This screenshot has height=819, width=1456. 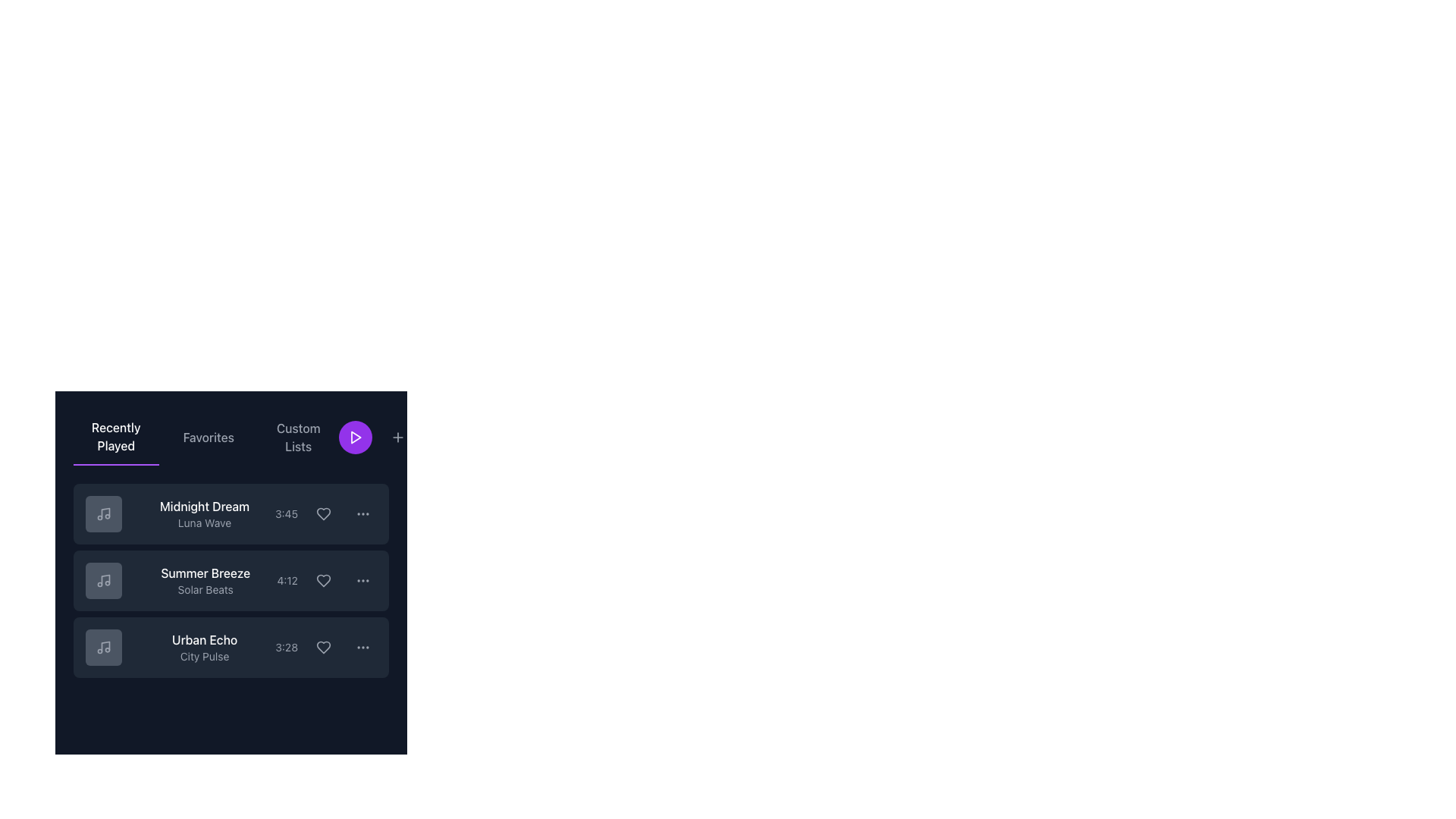 What do you see at coordinates (205, 589) in the screenshot?
I see `the text label reading 'Solar Beats', which is styled in gray and positioned below 'Summer Breeze' in the 'Recently Played' section` at bounding box center [205, 589].